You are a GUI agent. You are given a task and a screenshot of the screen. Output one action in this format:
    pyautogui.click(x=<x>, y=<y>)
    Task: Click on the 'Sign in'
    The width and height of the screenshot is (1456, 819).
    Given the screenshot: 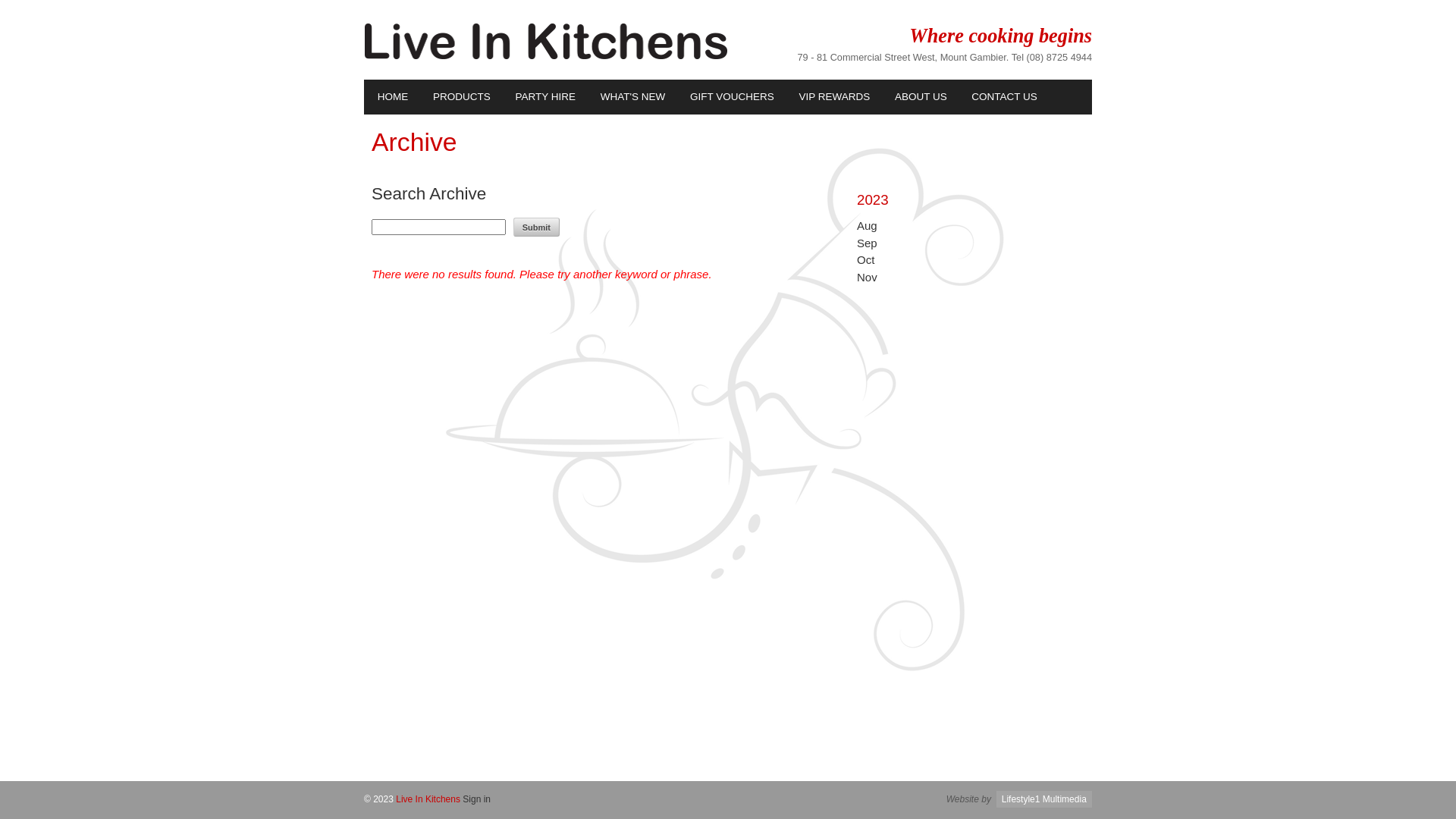 What is the action you would take?
    pyautogui.click(x=475, y=798)
    